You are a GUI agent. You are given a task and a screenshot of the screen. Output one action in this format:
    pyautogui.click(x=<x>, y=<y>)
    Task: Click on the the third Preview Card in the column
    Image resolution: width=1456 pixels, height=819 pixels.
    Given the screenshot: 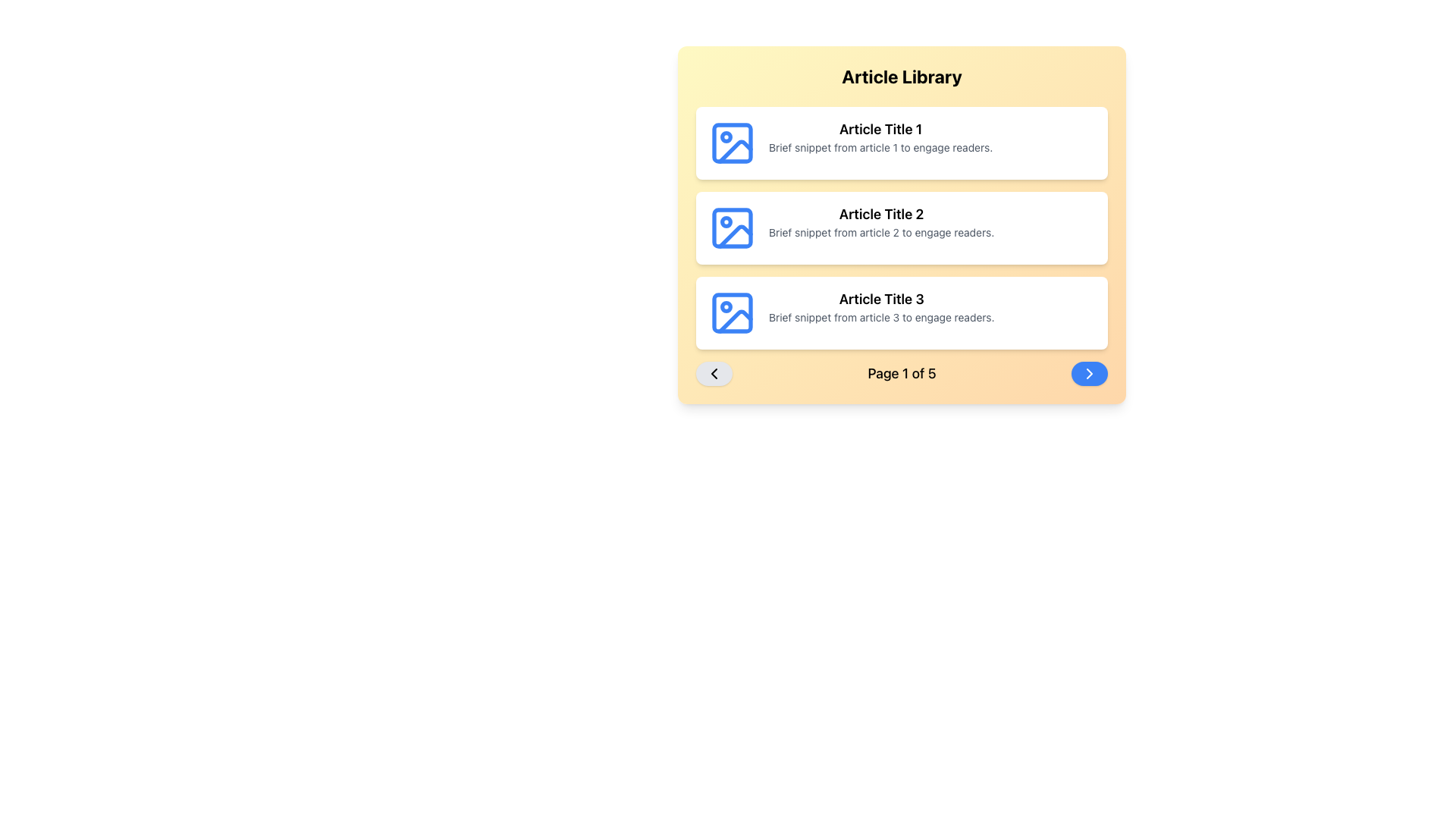 What is the action you would take?
    pyautogui.click(x=902, y=312)
    